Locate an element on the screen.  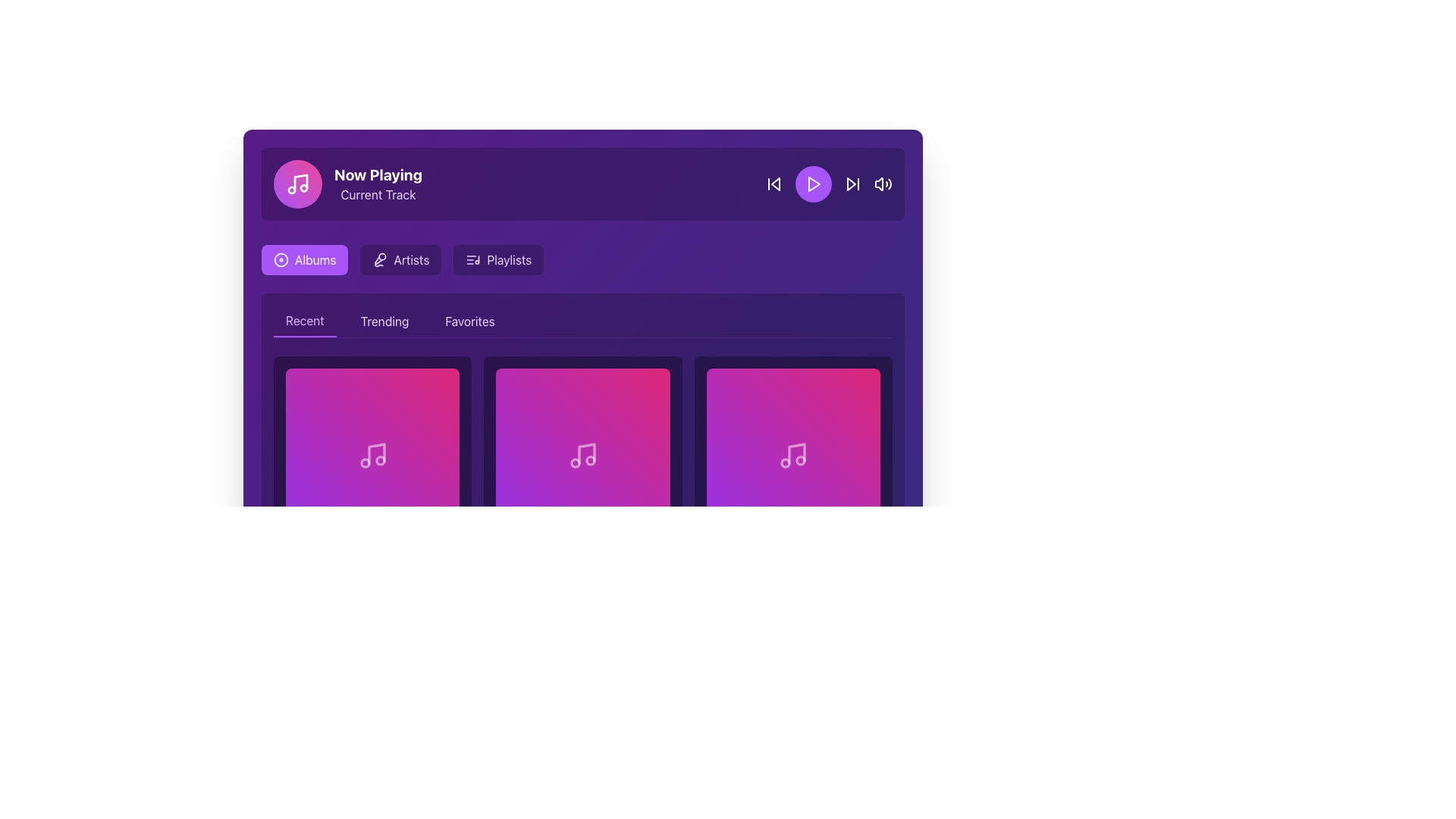
the 'skip forward' button icon, which is a triangular arrow pointing right, located in the top-right corner of the control bar is located at coordinates (852, 184).